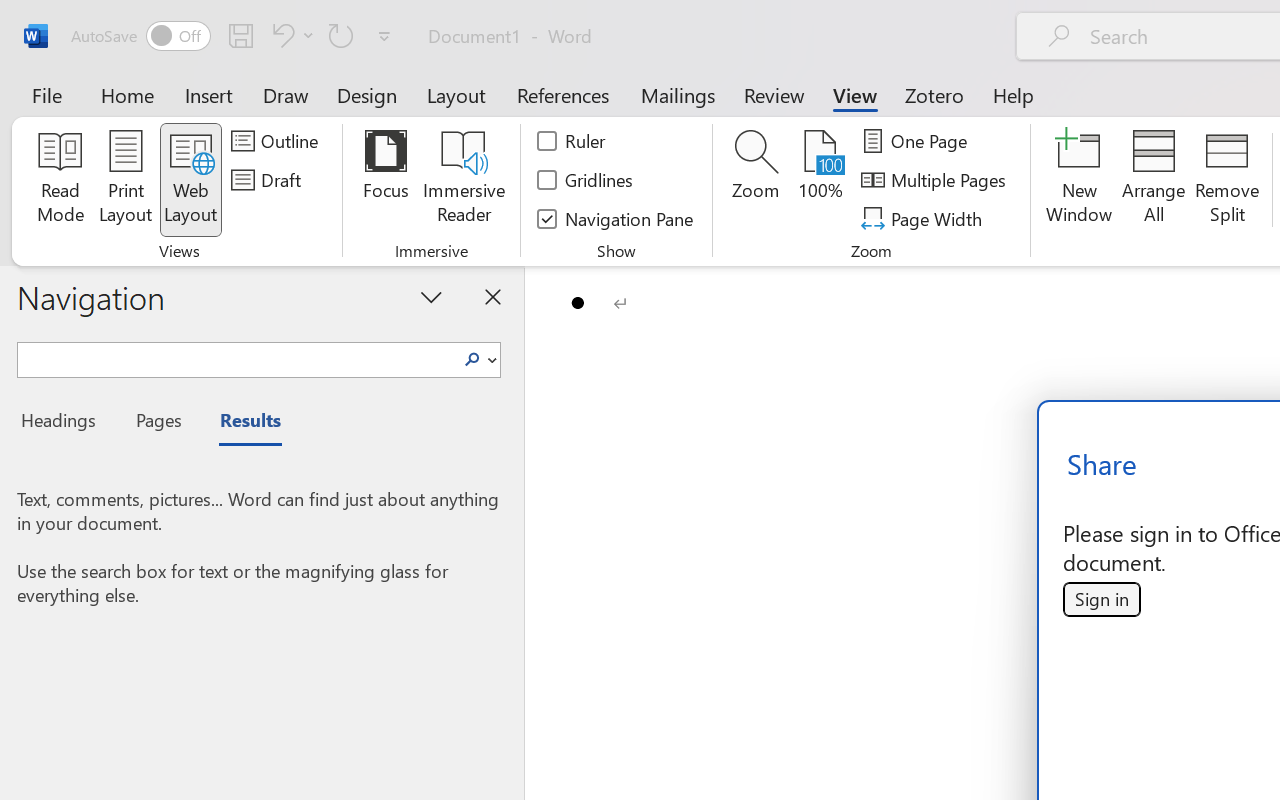 The height and width of the screenshot is (800, 1280). Describe the element at coordinates (571, 141) in the screenshot. I see `'Ruler'` at that location.